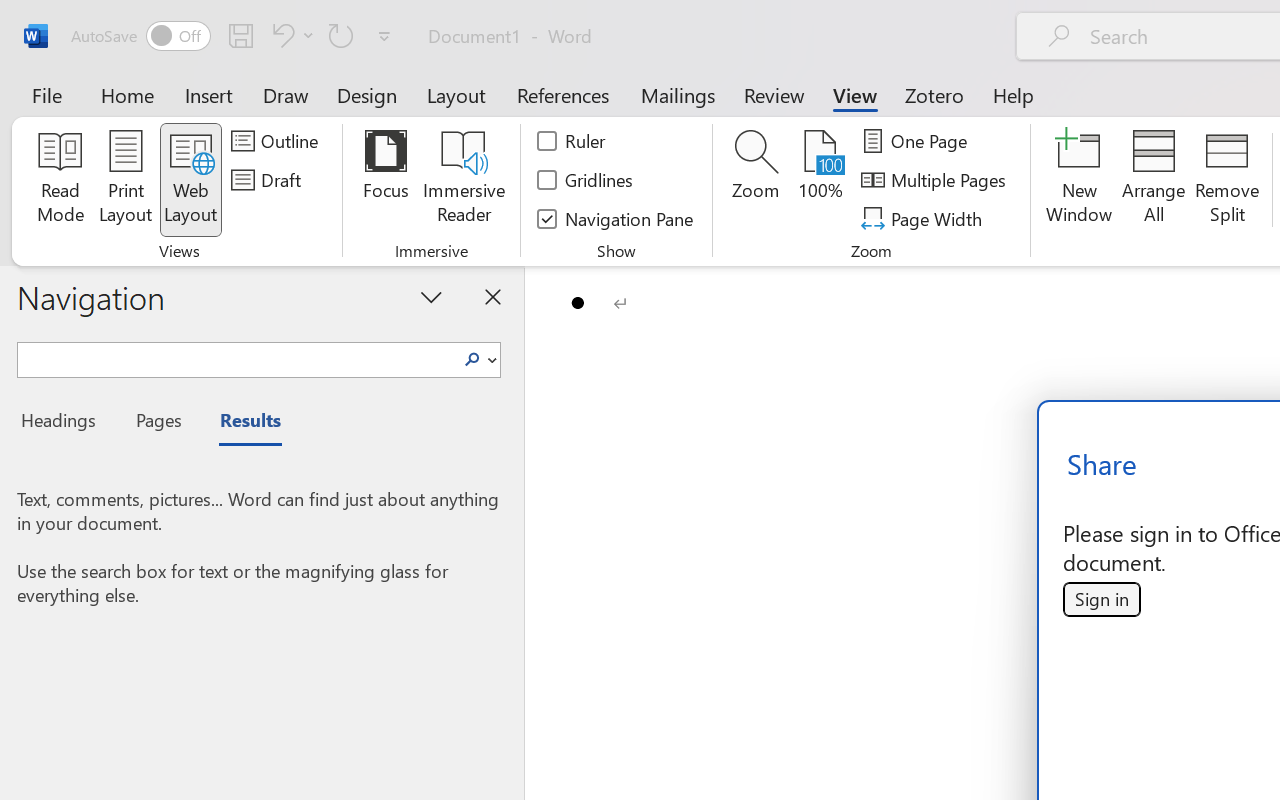 The height and width of the screenshot is (800, 1280). Describe the element at coordinates (571, 141) in the screenshot. I see `'Ruler'` at that location.